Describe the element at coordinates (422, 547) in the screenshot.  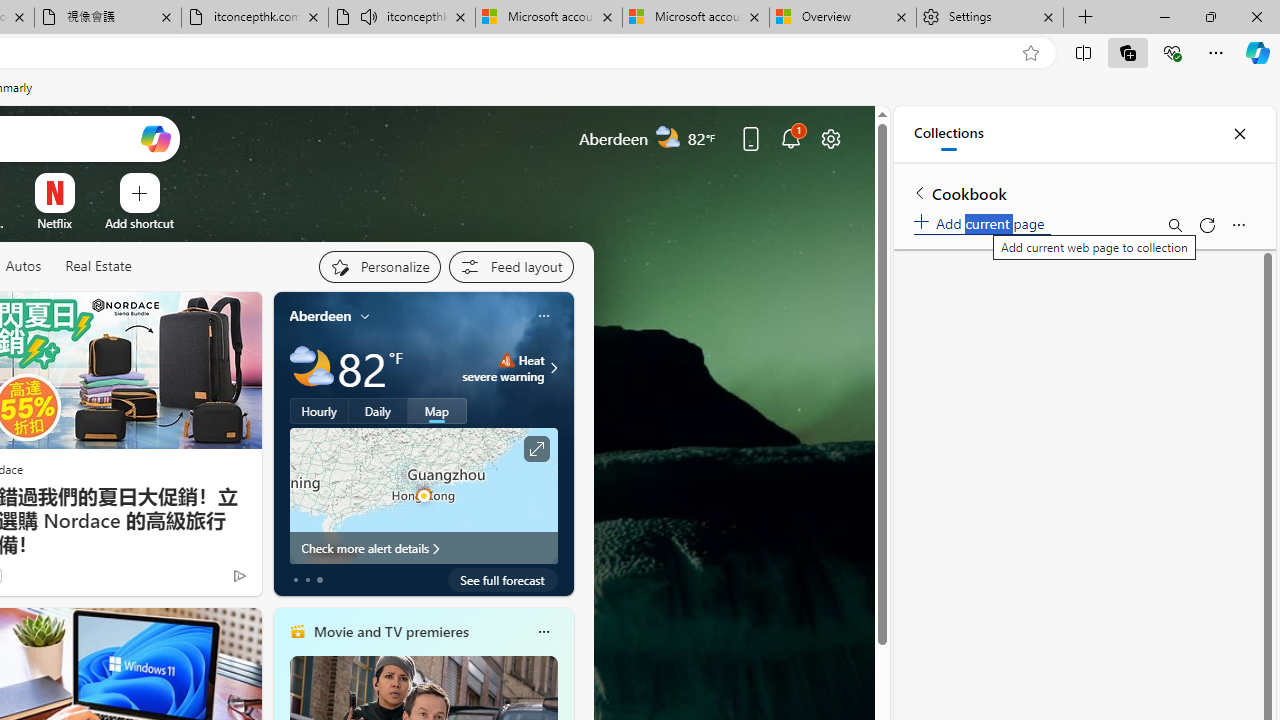
I see `'Check more alert details'` at that location.